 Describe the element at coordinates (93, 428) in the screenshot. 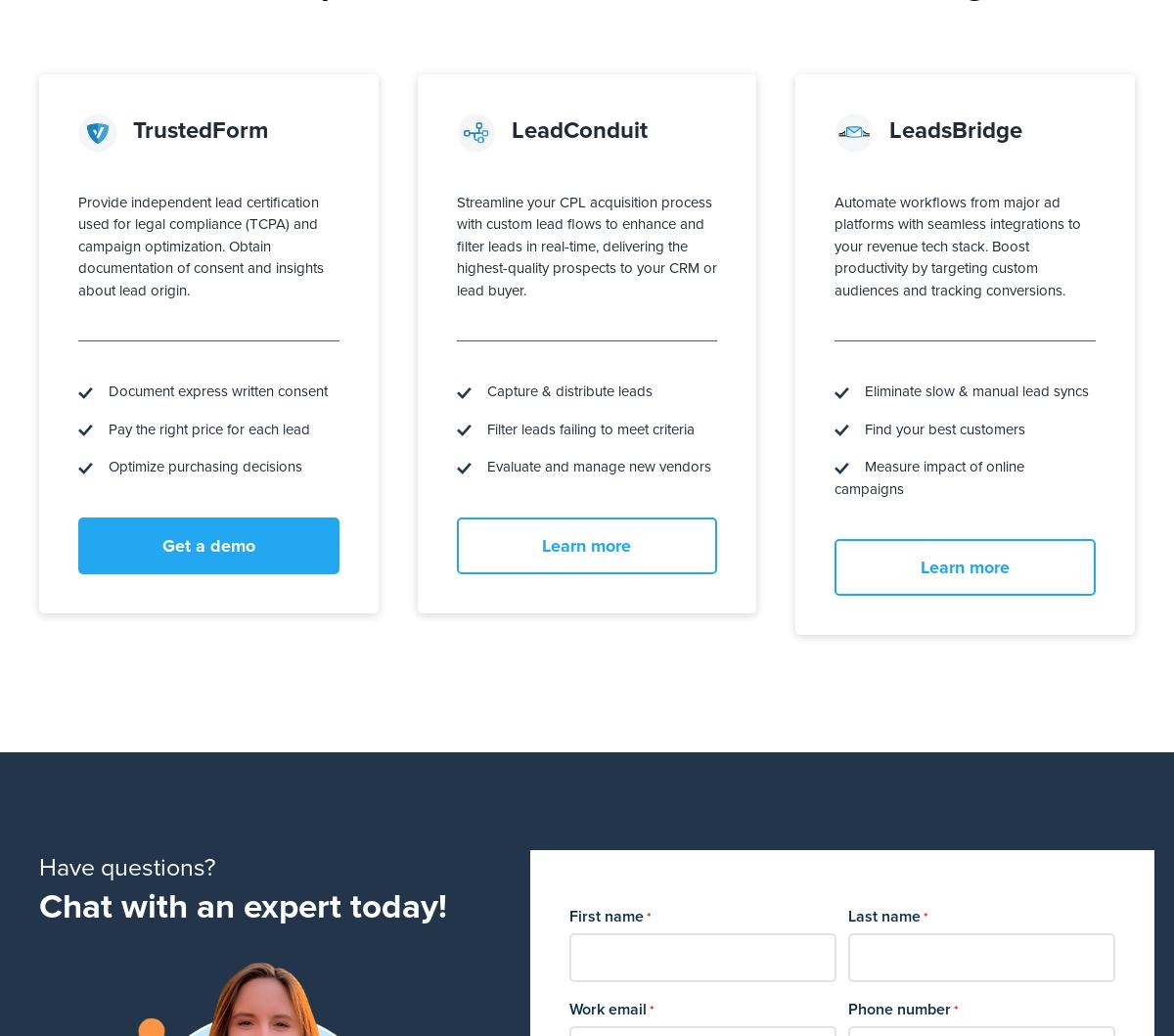

I see `'Pay the right price for each lead'` at that location.